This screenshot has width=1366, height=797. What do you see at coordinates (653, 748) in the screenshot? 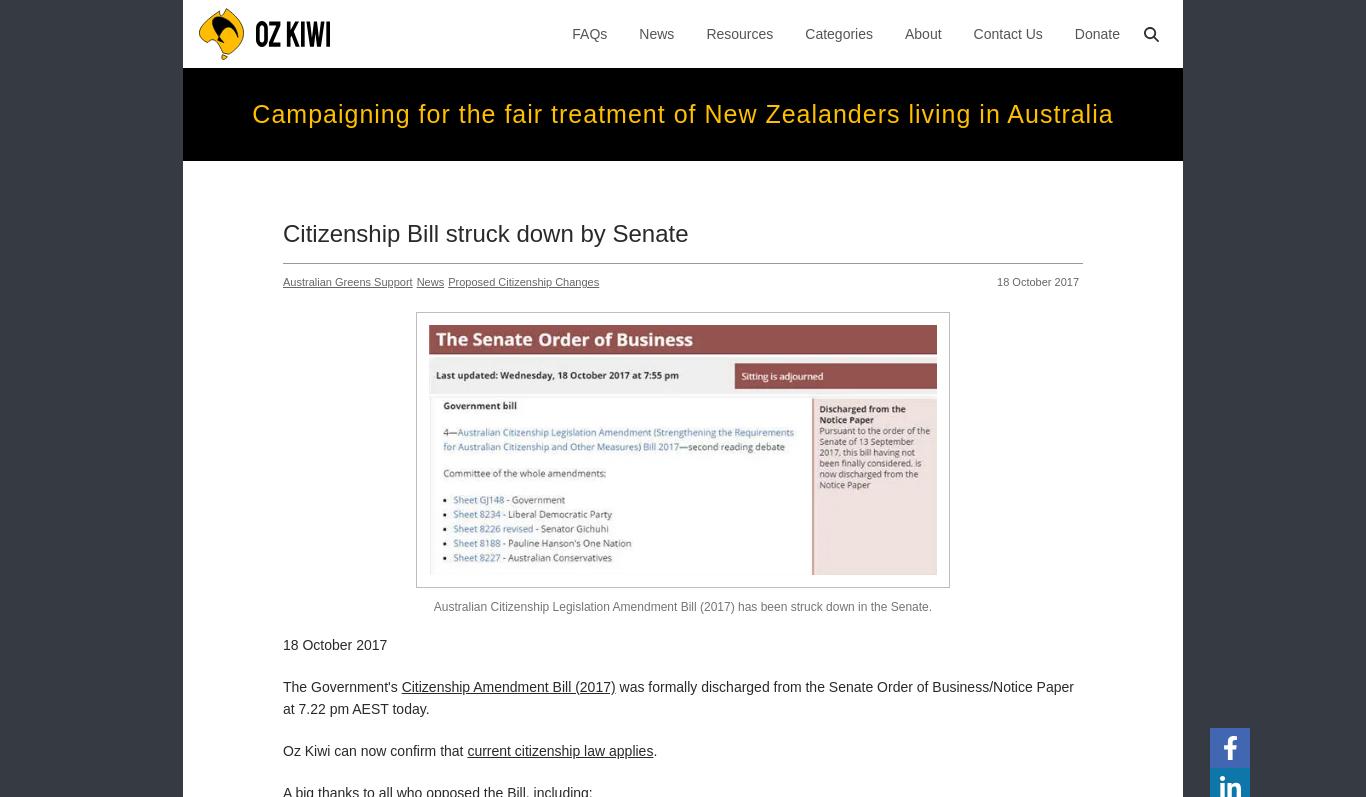
I see `'.'` at bounding box center [653, 748].